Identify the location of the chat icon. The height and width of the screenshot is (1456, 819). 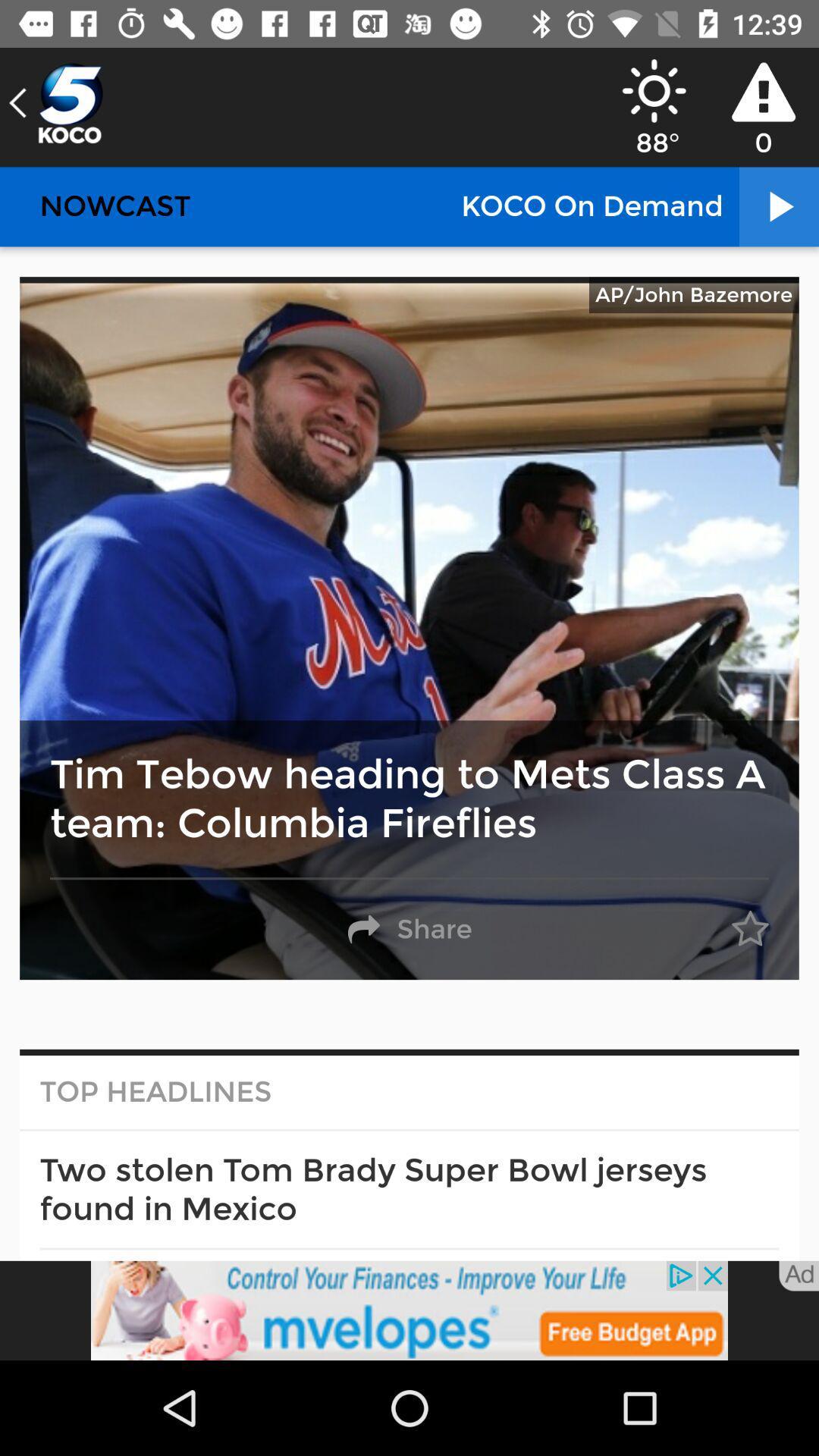
(55, 102).